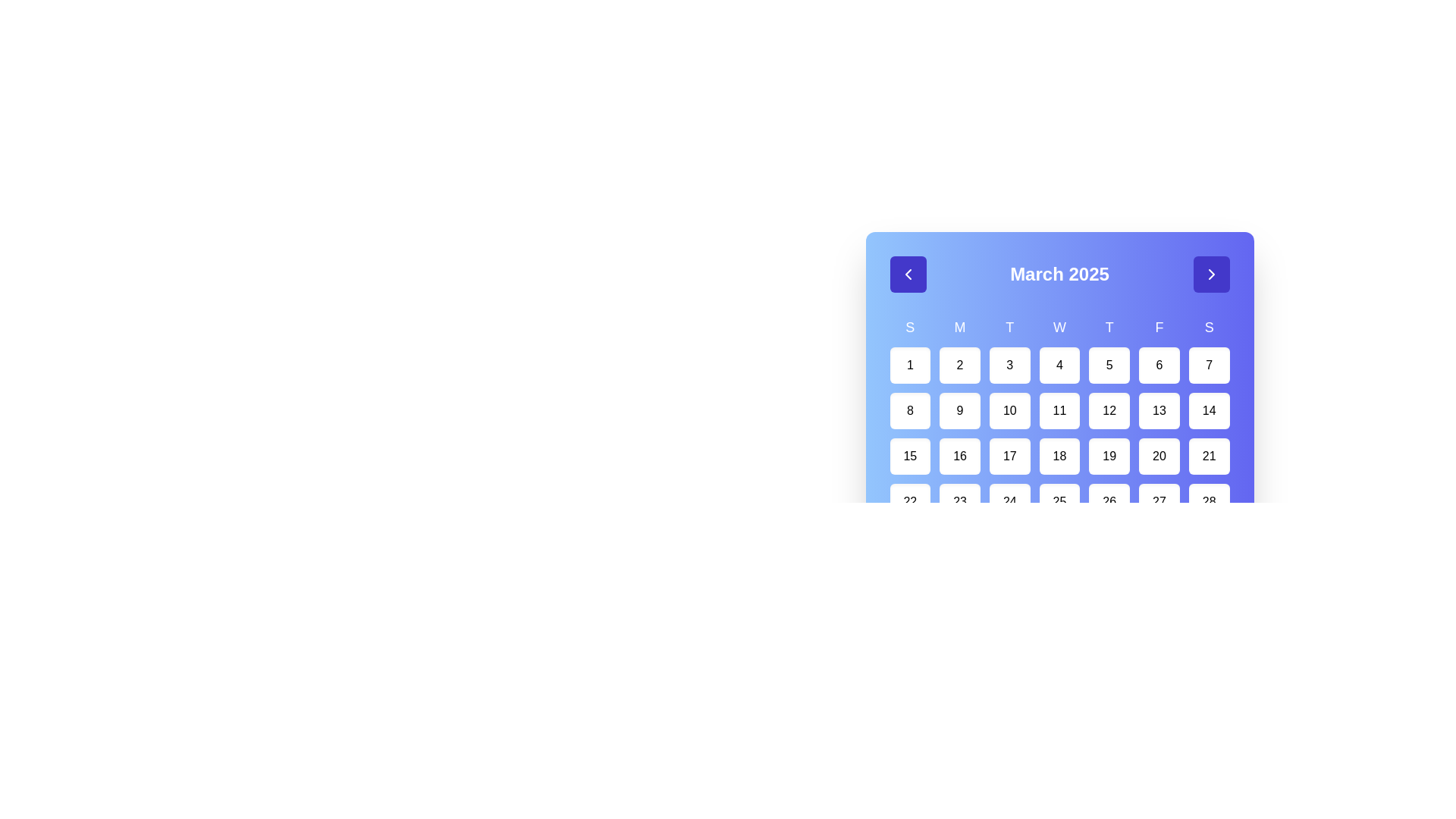  I want to click on the rounded rectangular button labeled '25' in the calendar grid layout to trigger the hover effect that changes its background to indigo, so click(1059, 502).